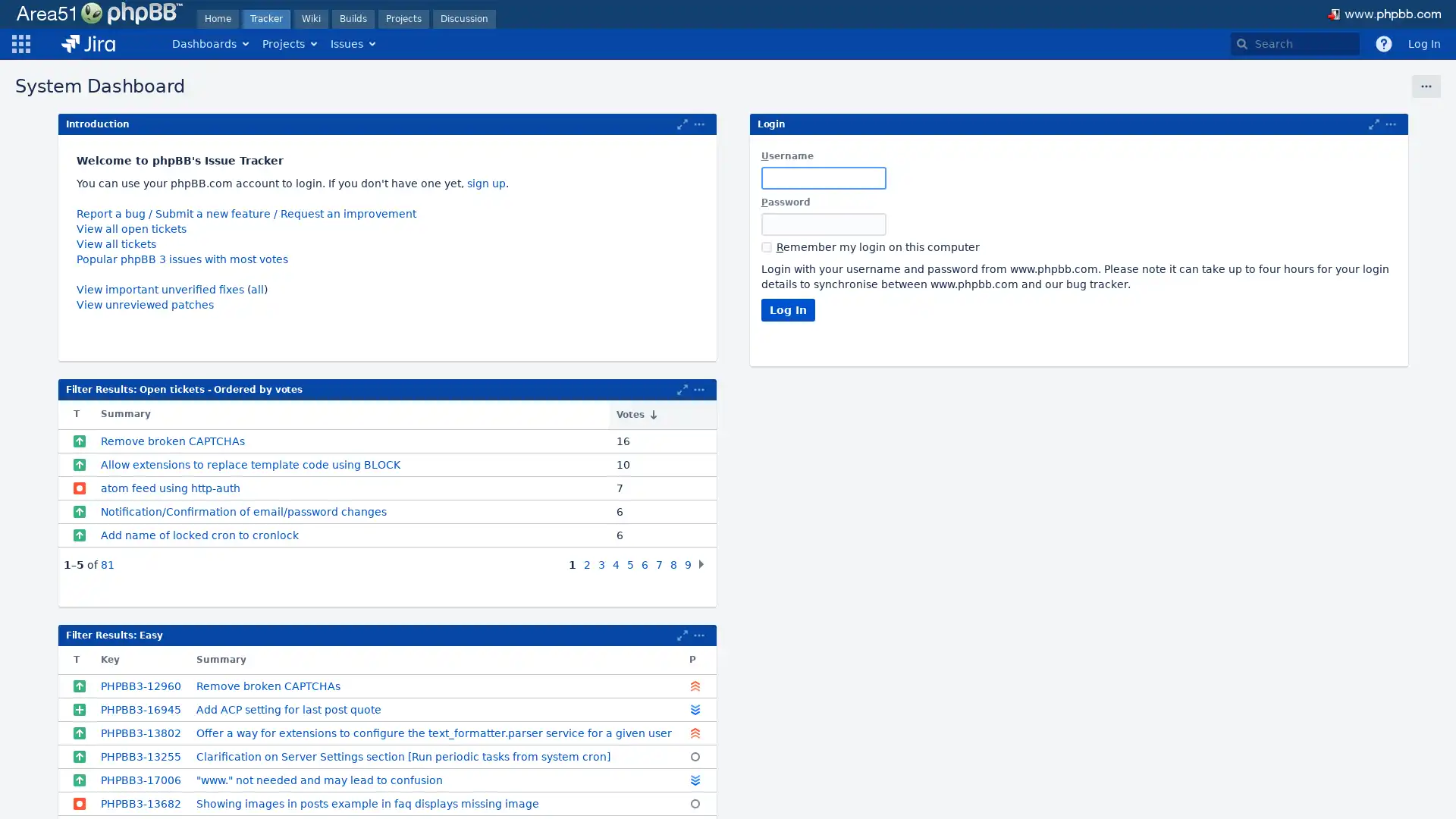 The height and width of the screenshot is (819, 1456). I want to click on Maximize, so click(682, 388).